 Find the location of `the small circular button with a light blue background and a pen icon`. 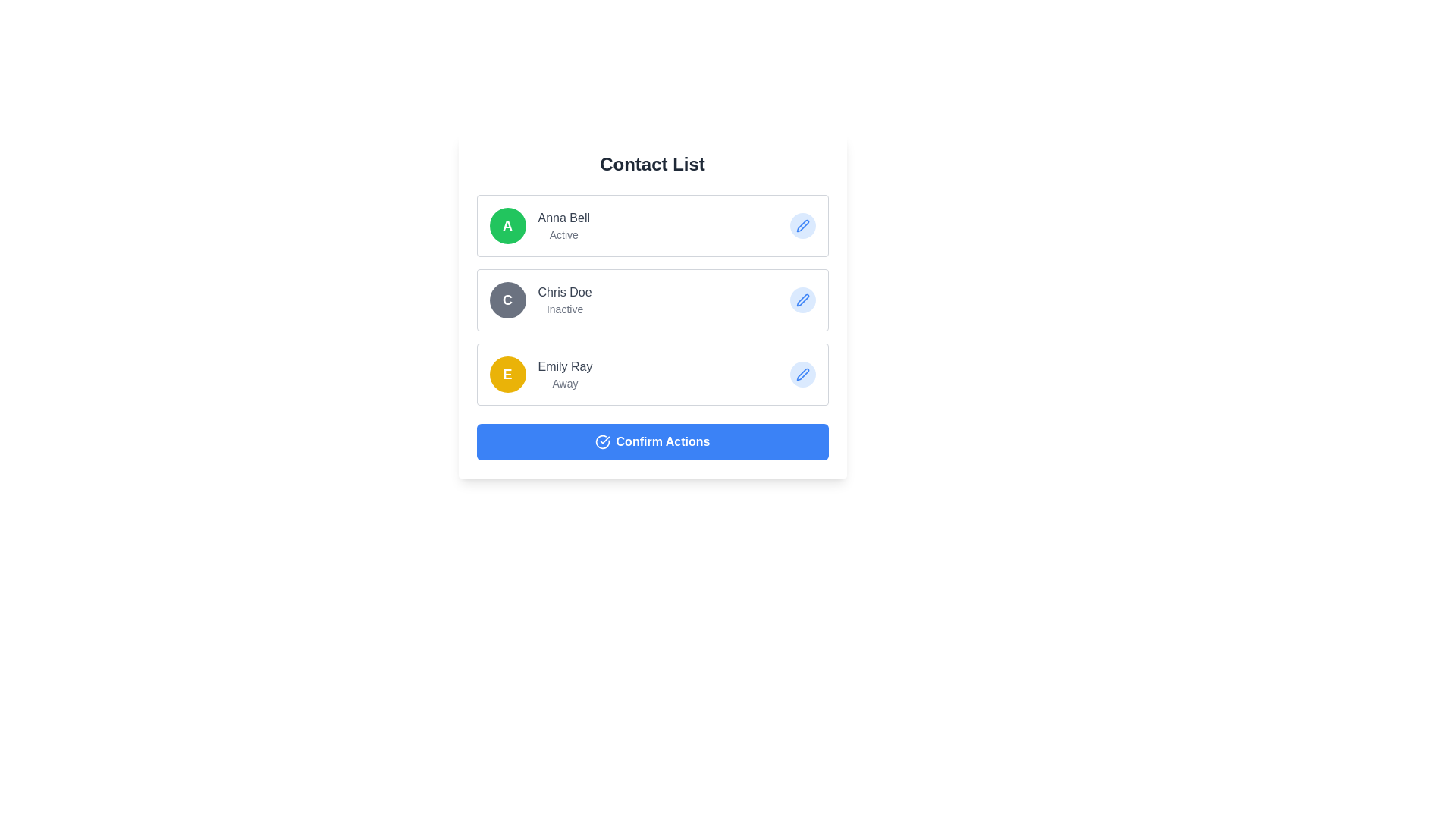

the small circular button with a light blue background and a pen icon is located at coordinates (802, 300).